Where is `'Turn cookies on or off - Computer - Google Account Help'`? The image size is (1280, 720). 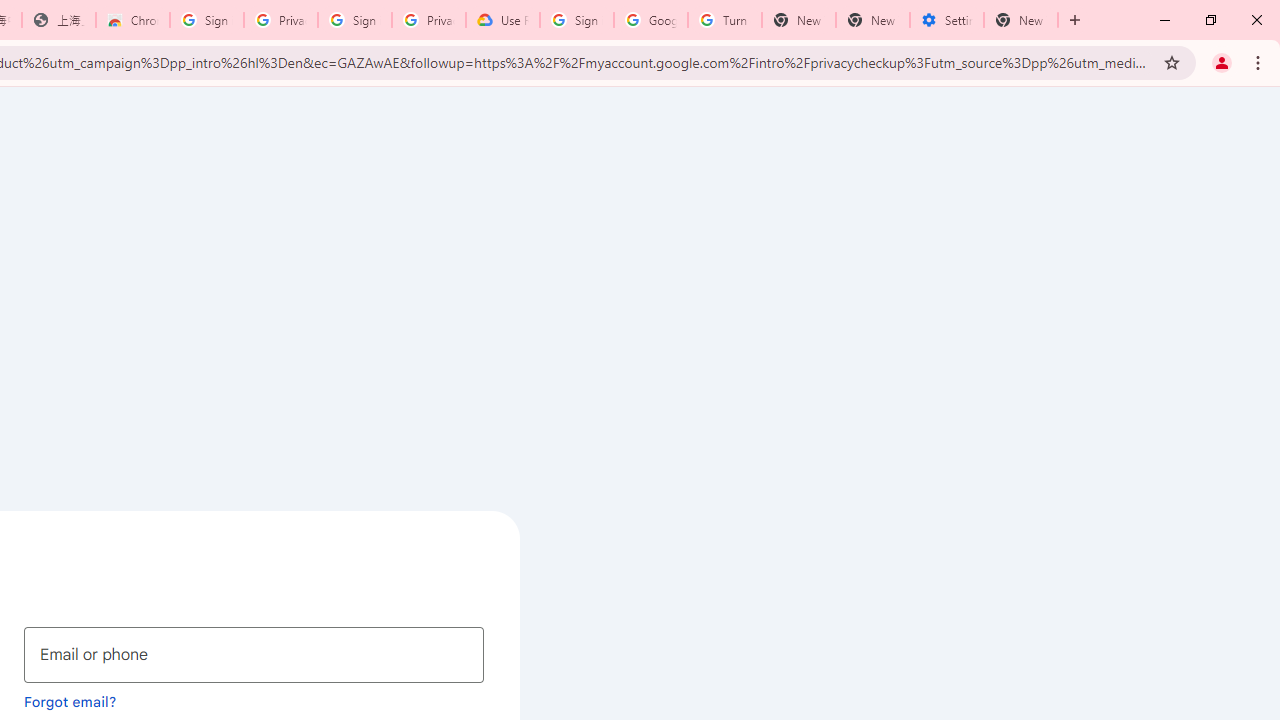
'Turn cookies on or off - Computer - Google Account Help' is located at coordinates (723, 20).